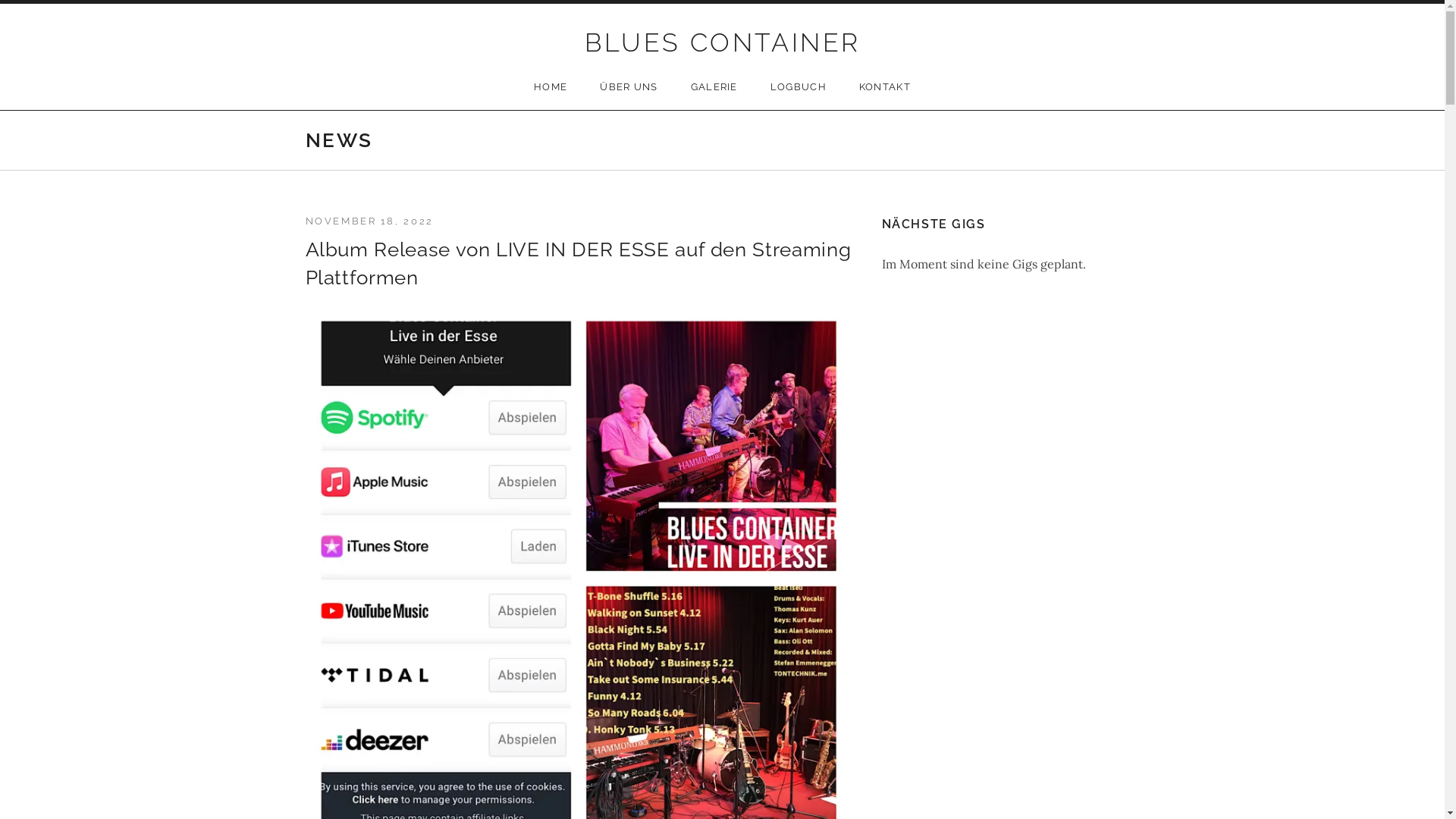 Image resolution: width=1456 pixels, height=819 pixels. What do you see at coordinates (884, 87) in the screenshot?
I see `'KONTAKT'` at bounding box center [884, 87].